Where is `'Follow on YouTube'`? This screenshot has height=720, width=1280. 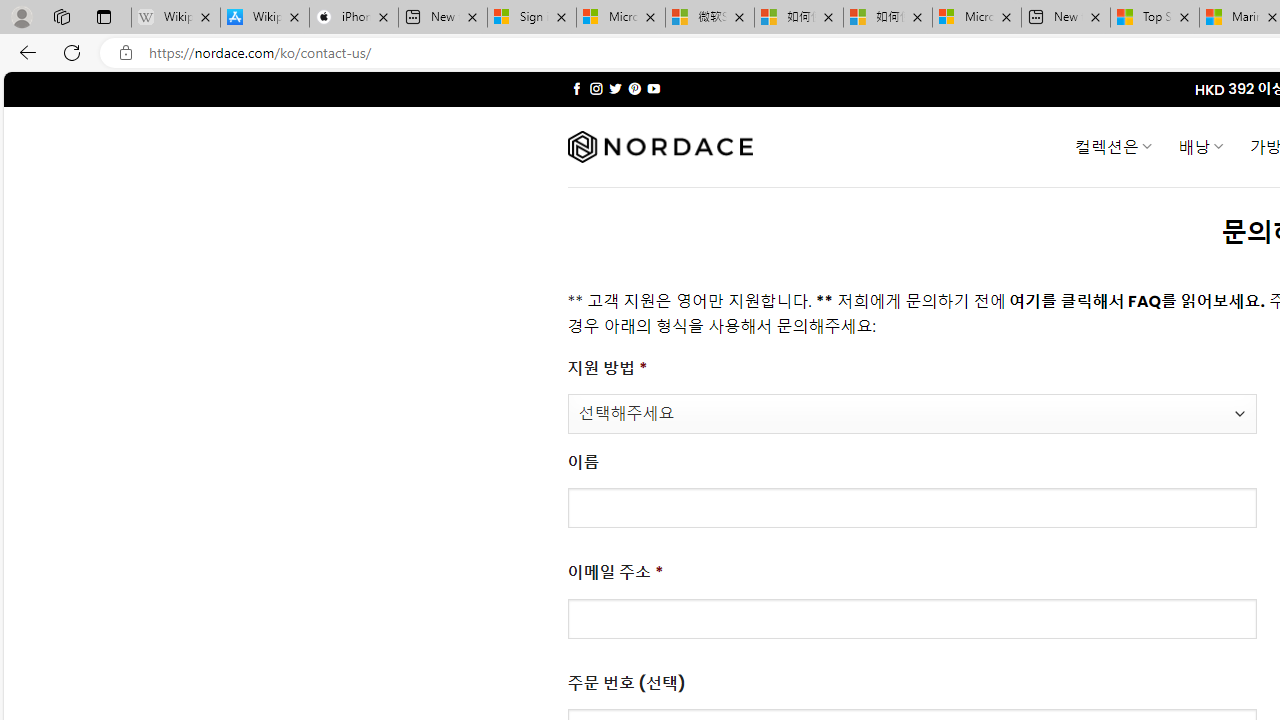 'Follow on YouTube' is located at coordinates (653, 88).